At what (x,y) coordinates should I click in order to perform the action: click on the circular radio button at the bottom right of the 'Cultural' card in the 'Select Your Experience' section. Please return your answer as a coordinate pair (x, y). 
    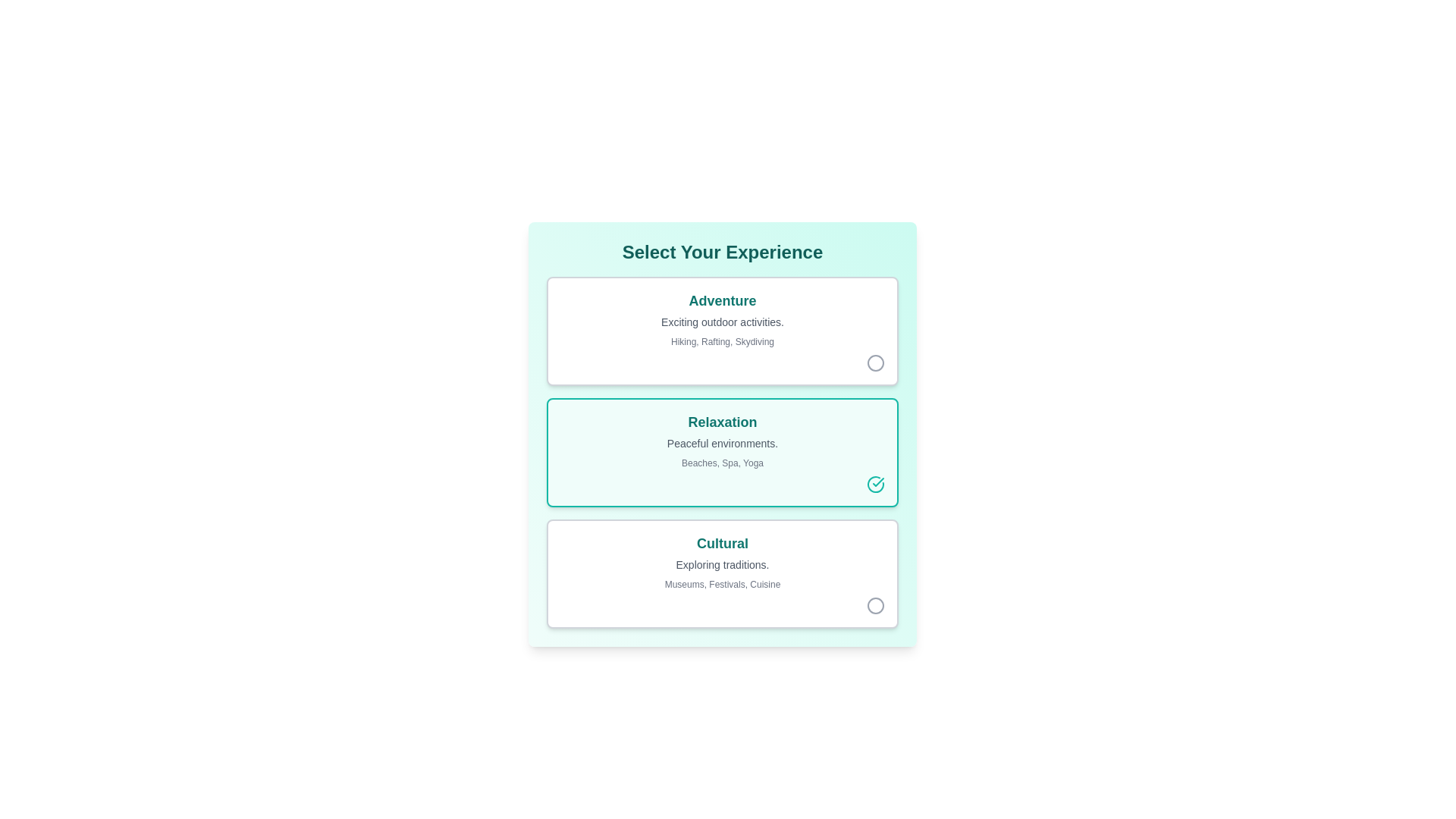
    Looking at the image, I should click on (876, 604).